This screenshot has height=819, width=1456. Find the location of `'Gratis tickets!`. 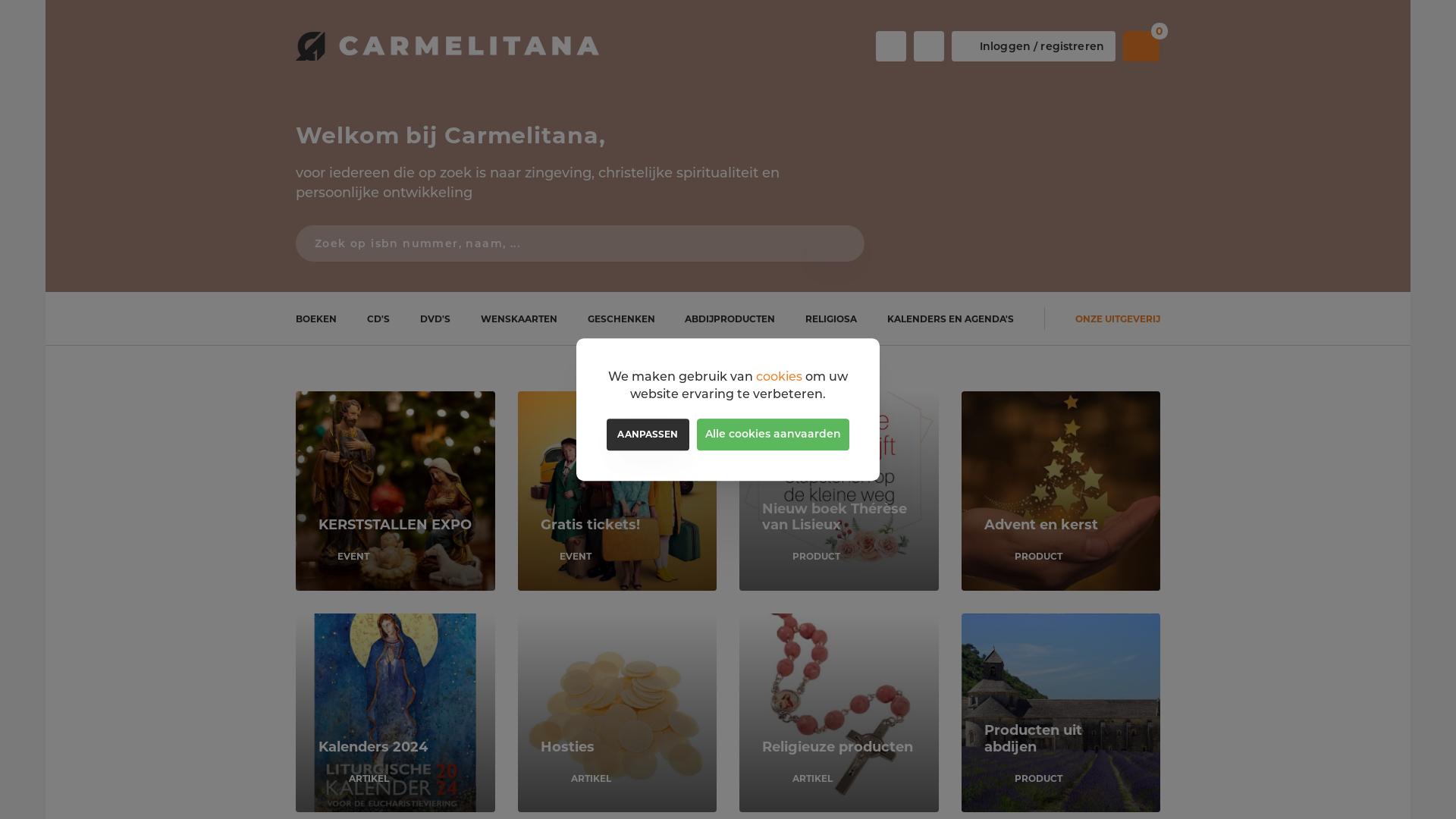

'Gratis tickets! is located at coordinates (617, 491).